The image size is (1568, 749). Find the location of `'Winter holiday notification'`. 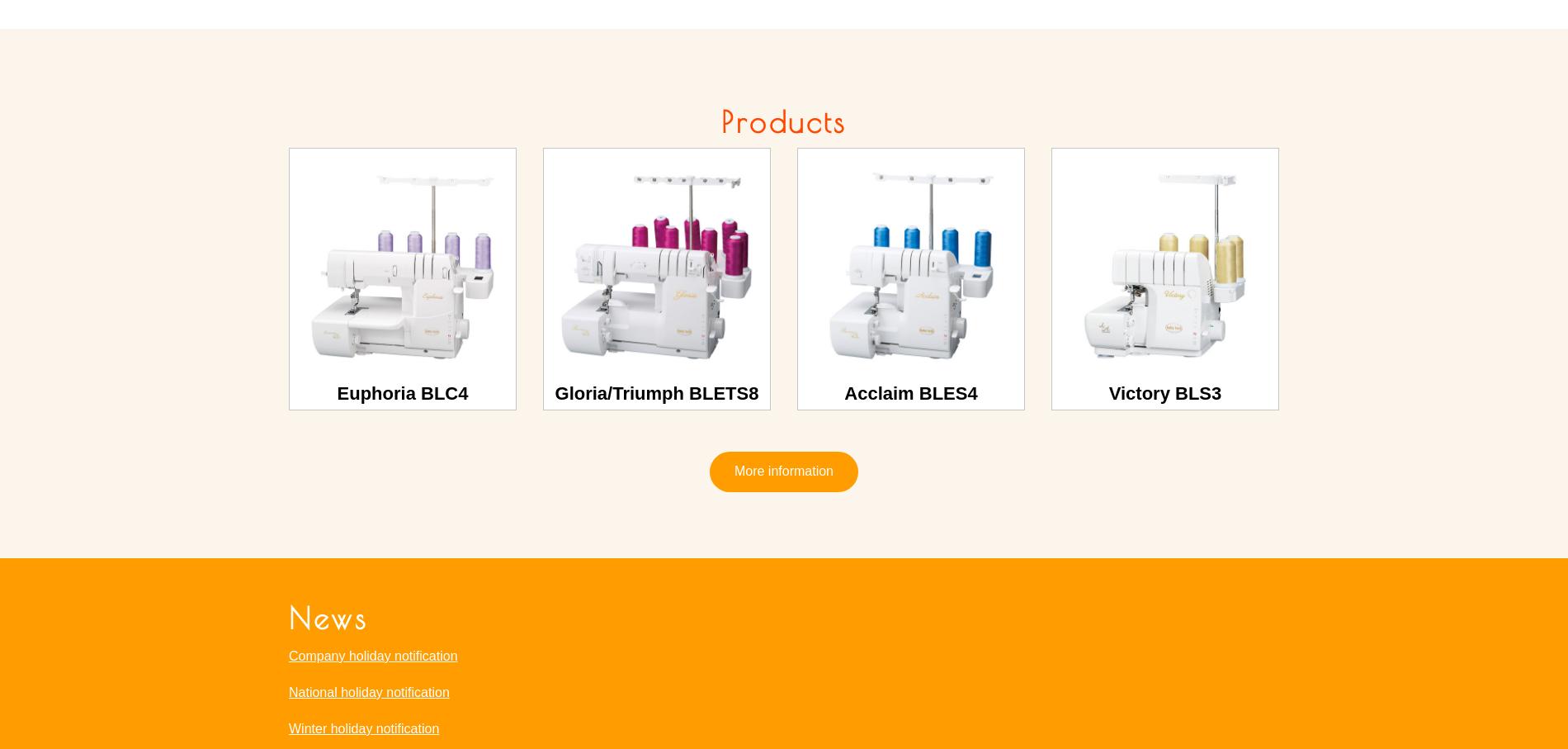

'Winter holiday notification' is located at coordinates (362, 728).